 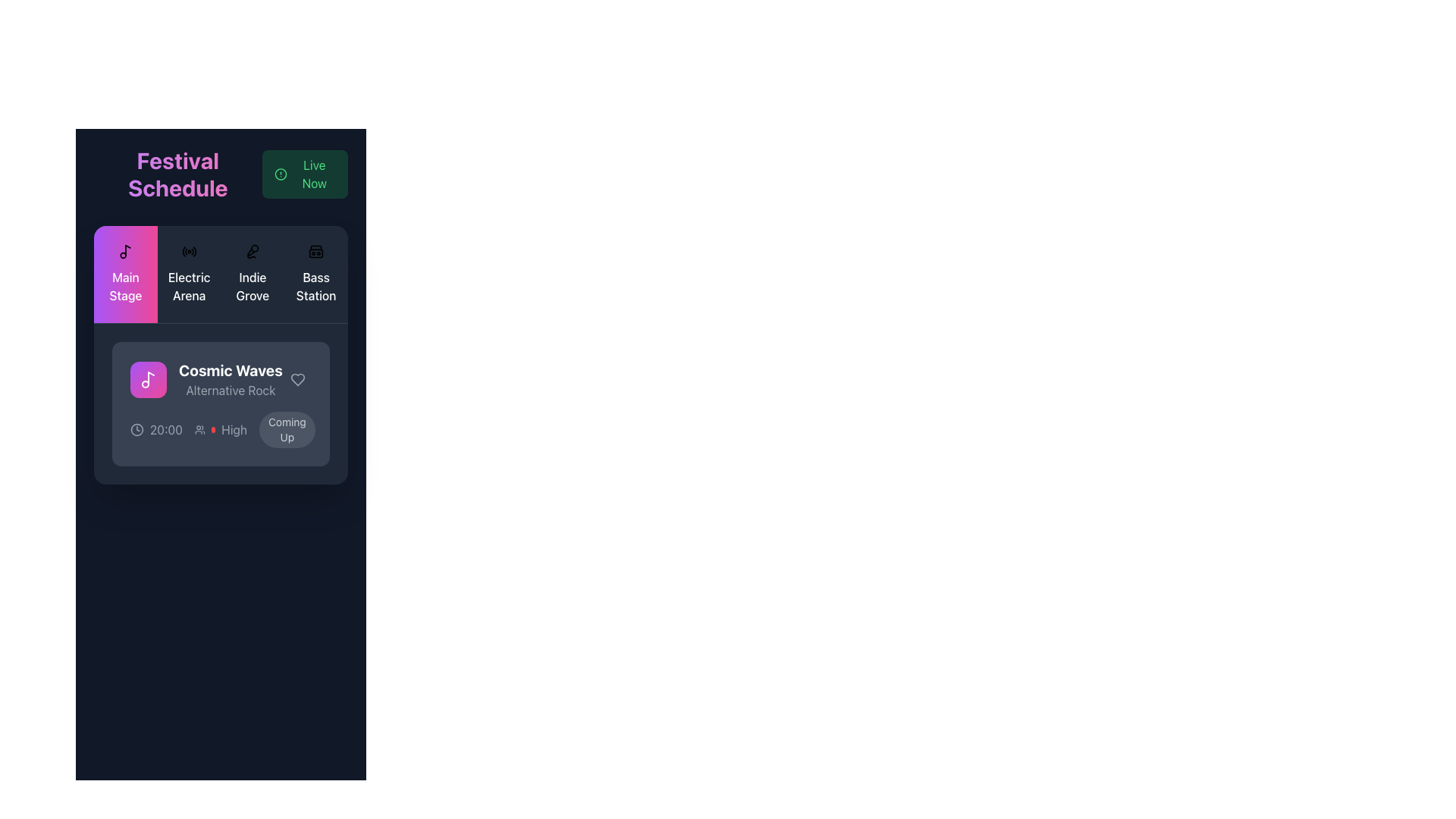 What do you see at coordinates (220, 430) in the screenshot?
I see `the Label with icon indicating 'High' status, located in the middle of a three-column grid, between the start time '20:00' and the 'Coming Up' tag` at bounding box center [220, 430].